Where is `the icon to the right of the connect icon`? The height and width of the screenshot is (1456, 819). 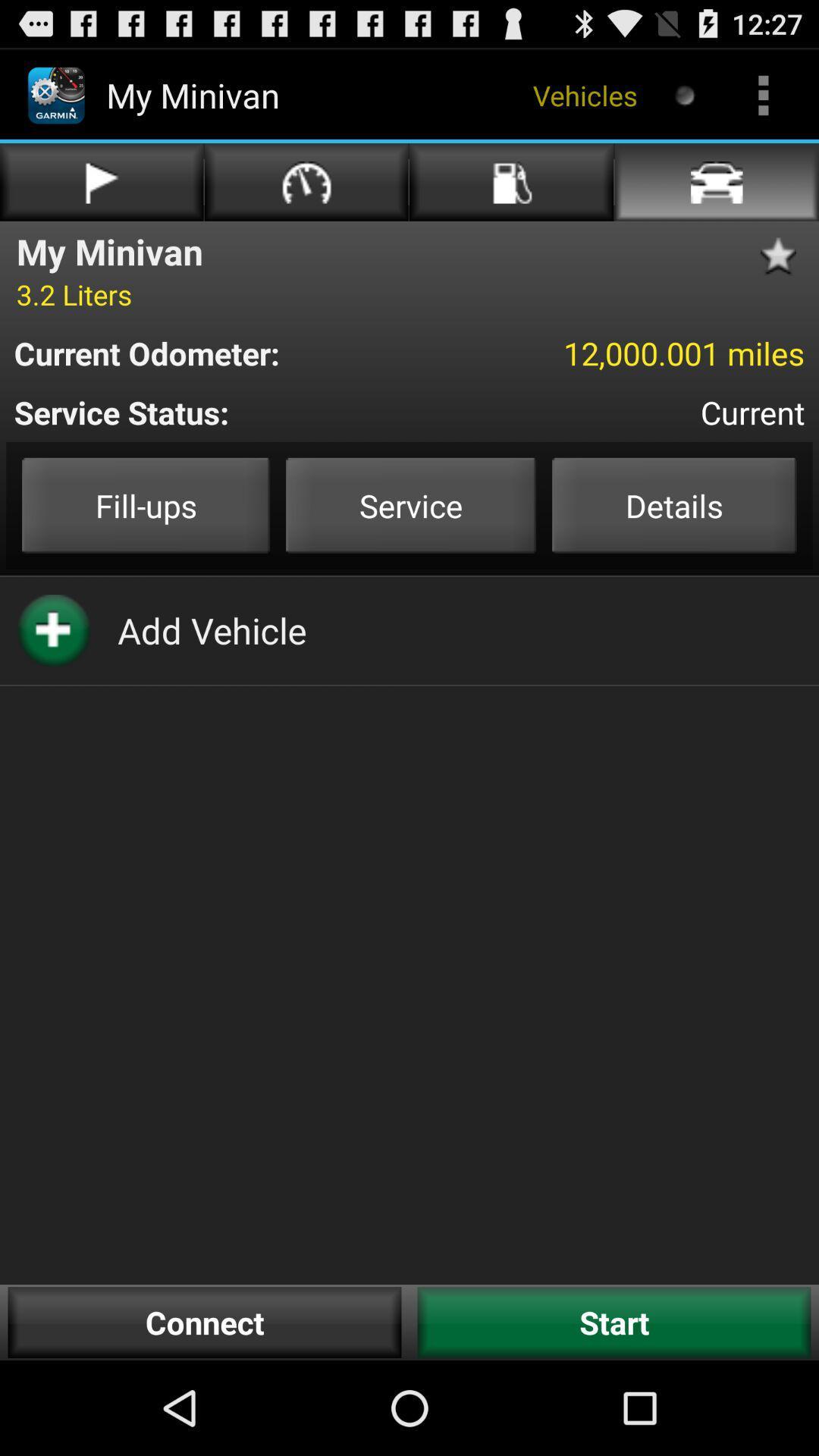
the icon to the right of the connect icon is located at coordinates (614, 1322).